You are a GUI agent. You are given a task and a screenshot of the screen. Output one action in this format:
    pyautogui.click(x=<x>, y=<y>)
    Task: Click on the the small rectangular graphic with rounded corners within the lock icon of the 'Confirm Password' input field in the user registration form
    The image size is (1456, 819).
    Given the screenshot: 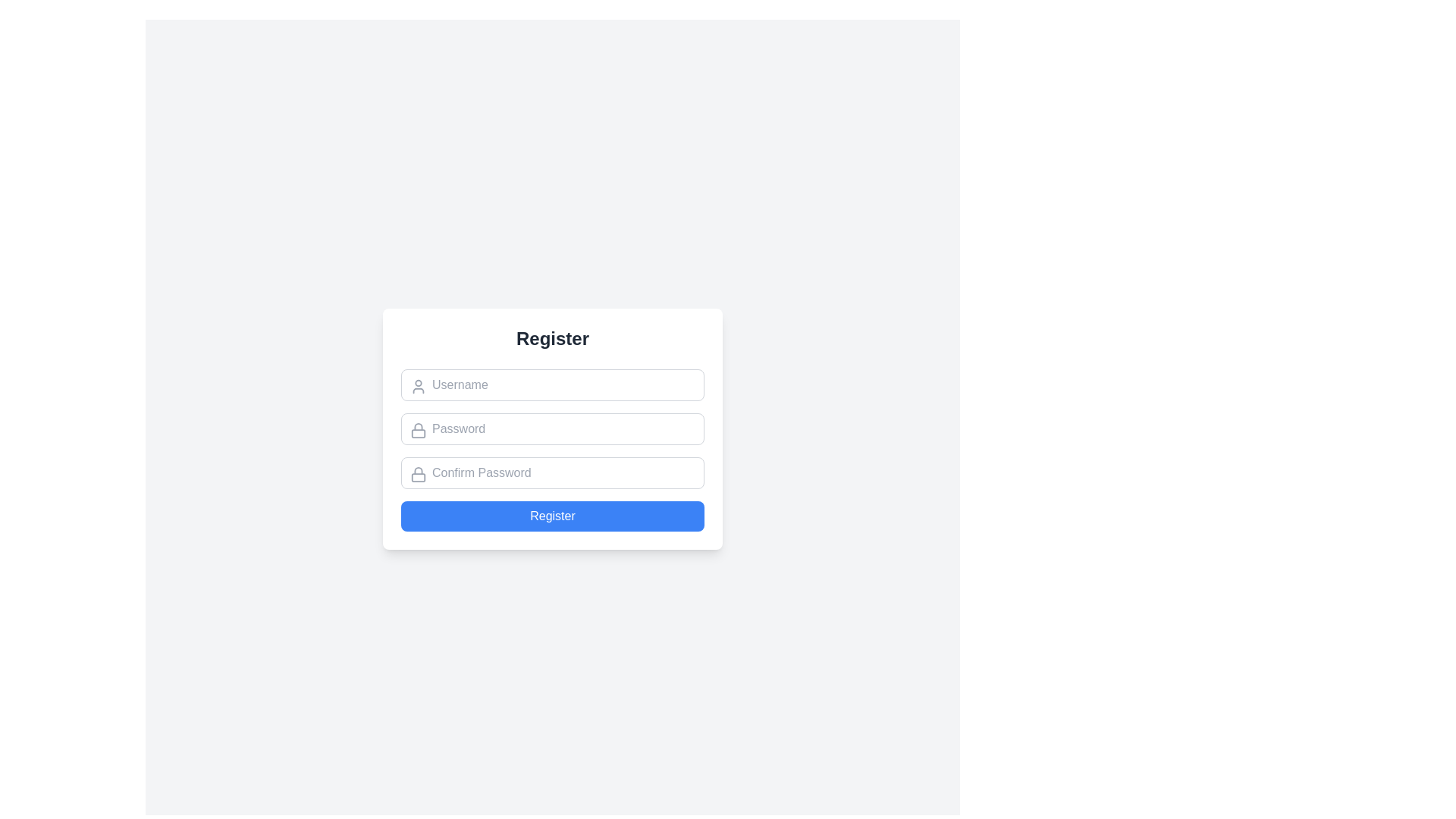 What is the action you would take?
    pyautogui.click(x=419, y=476)
    